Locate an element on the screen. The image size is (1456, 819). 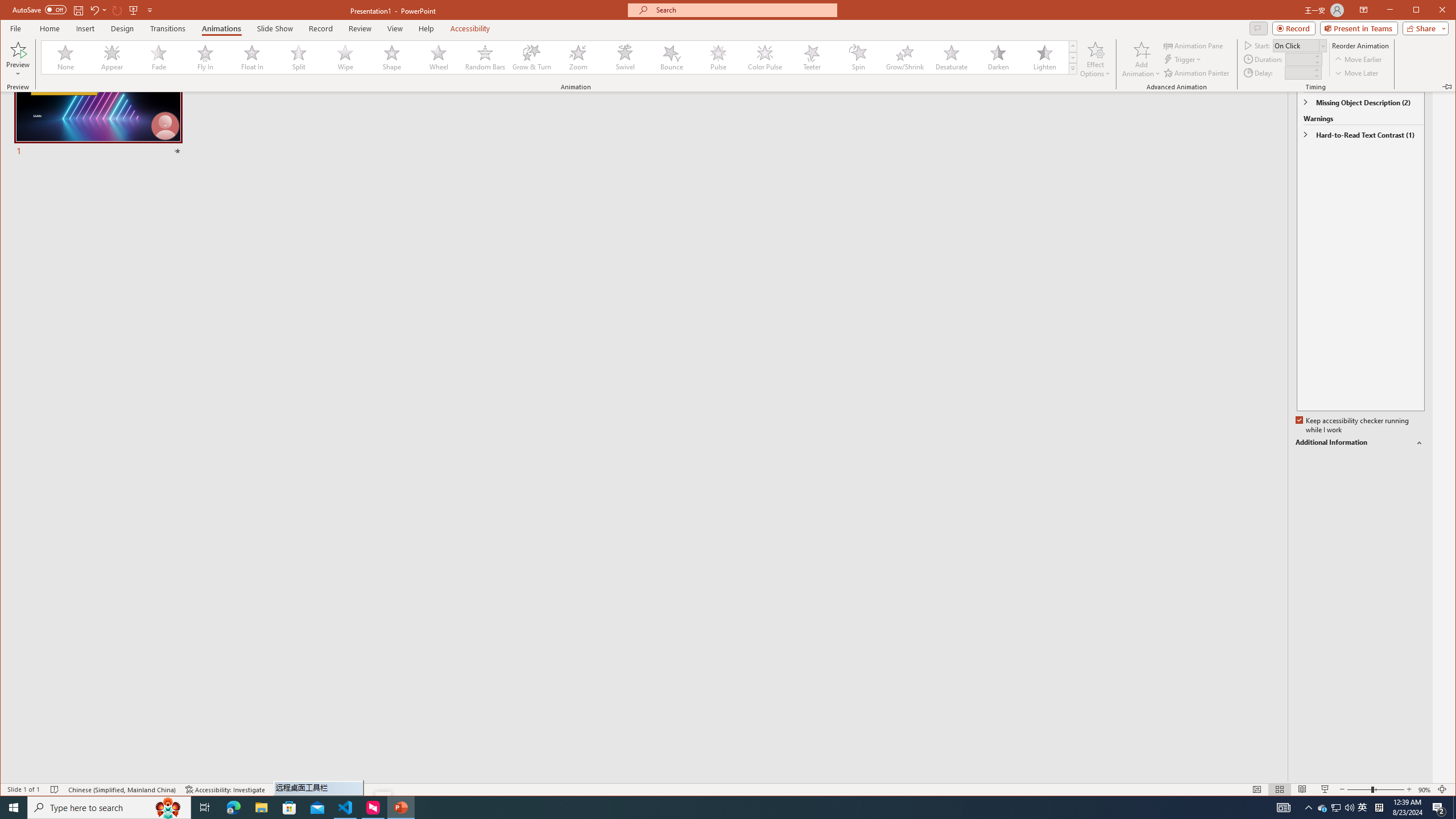
'File Tab' is located at coordinates (14, 28).